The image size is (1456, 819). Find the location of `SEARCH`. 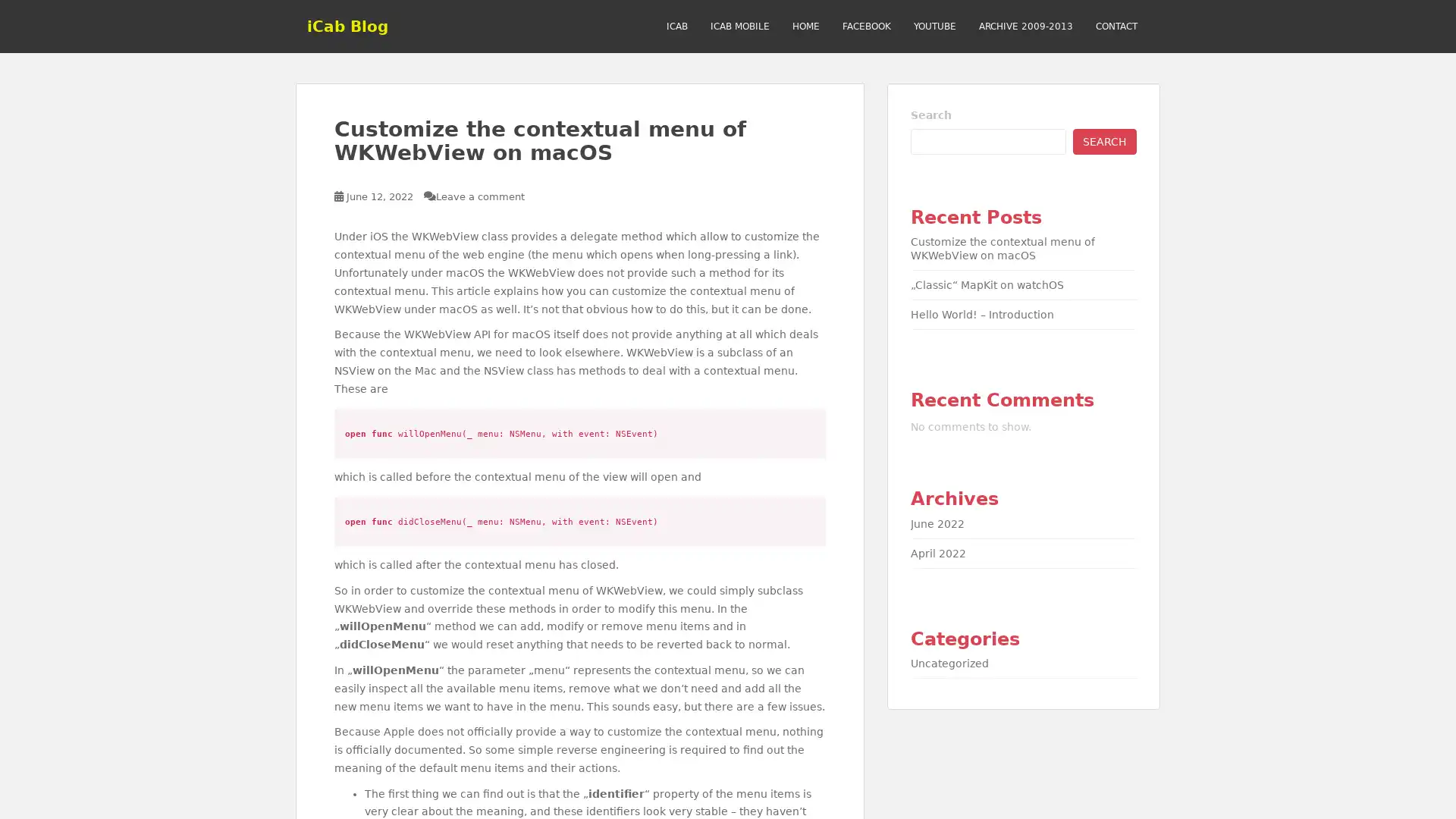

SEARCH is located at coordinates (1105, 140).